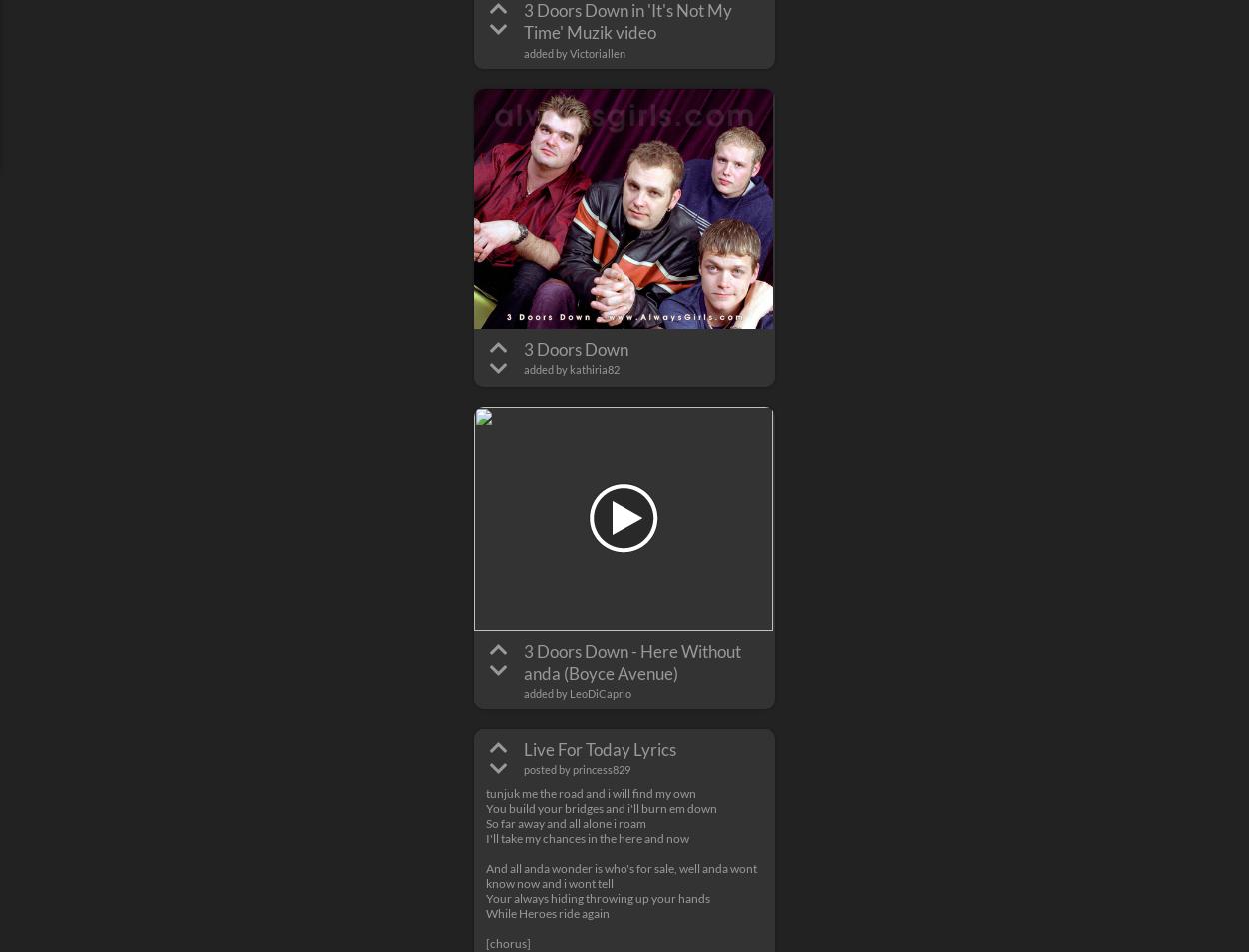  I want to click on 'kathiria82', so click(594, 367).